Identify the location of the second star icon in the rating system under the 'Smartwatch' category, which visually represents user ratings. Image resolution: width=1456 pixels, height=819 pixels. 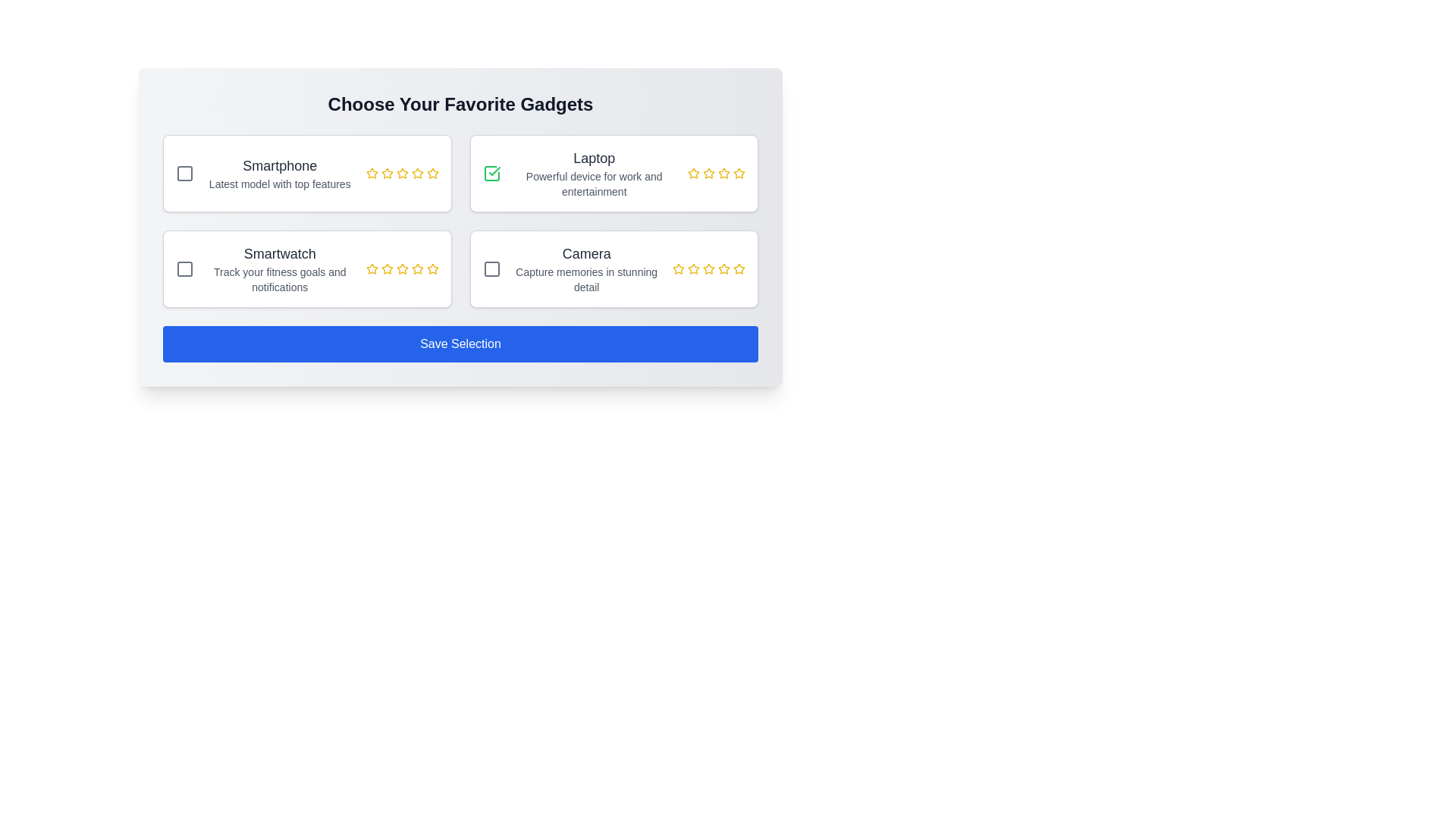
(387, 268).